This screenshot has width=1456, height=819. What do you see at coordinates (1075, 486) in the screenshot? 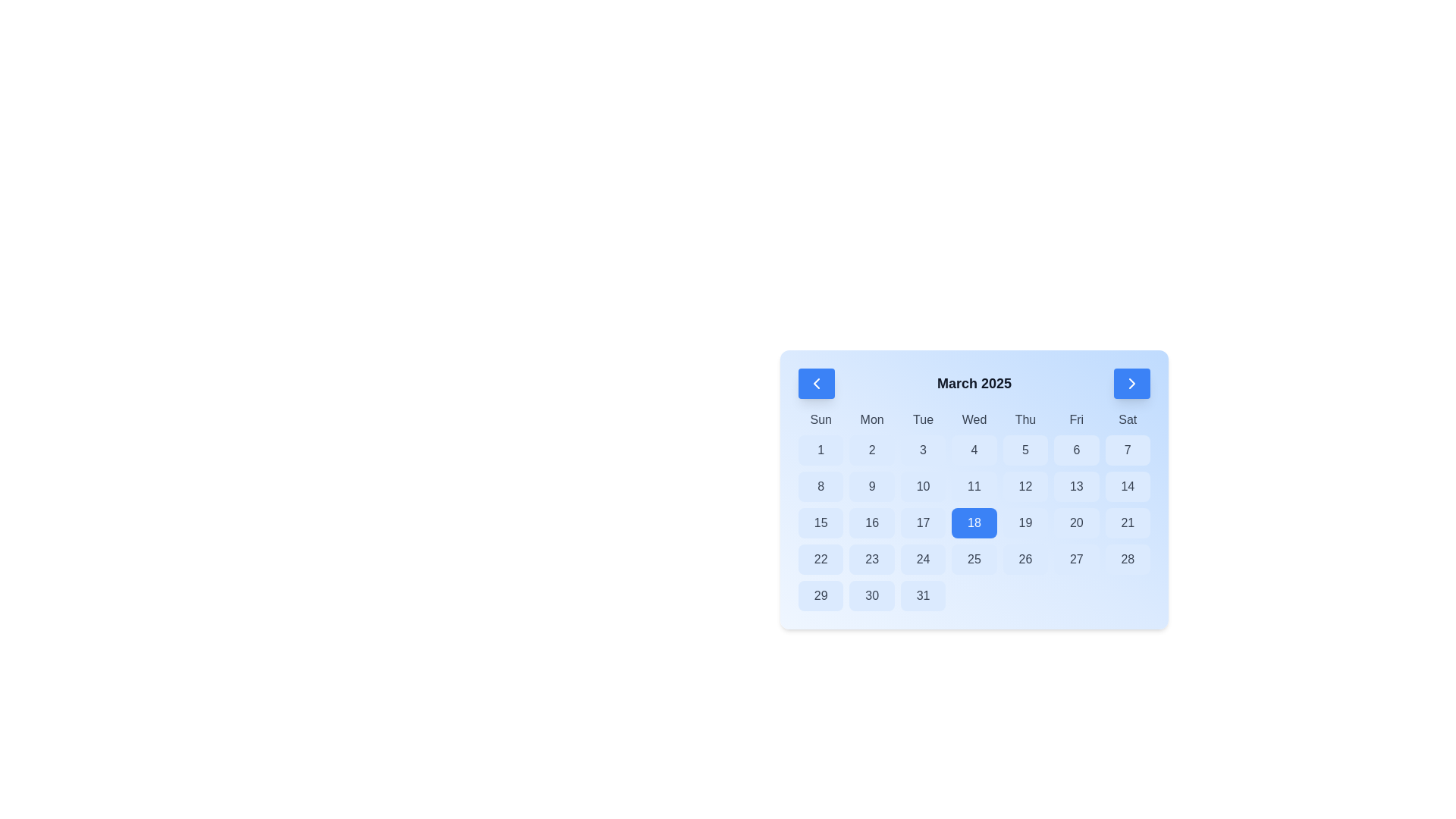
I see `the calendar date selection button for the 13th day of the month located under the label 'Fri'` at bounding box center [1075, 486].